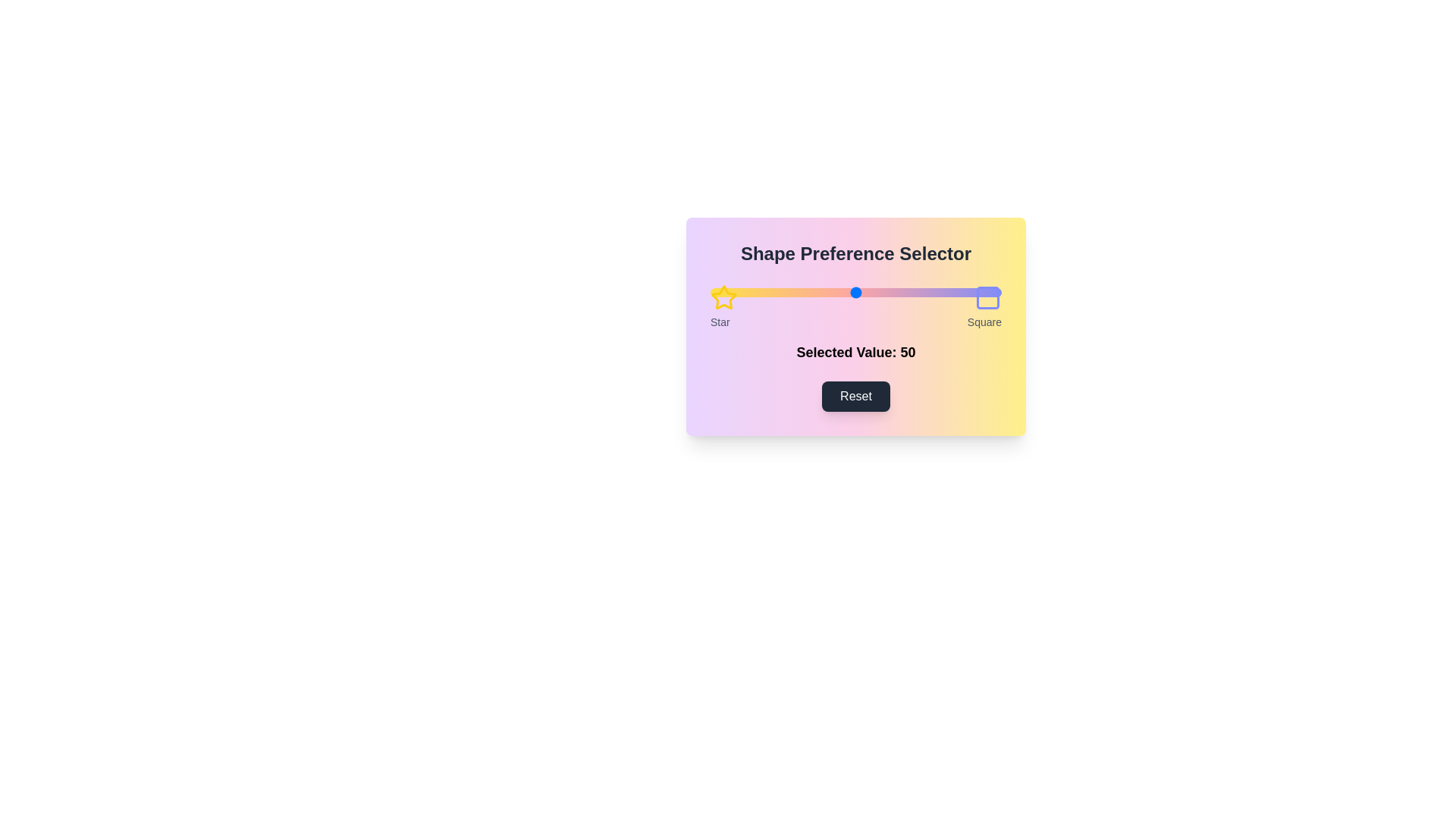 Image resolution: width=1456 pixels, height=819 pixels. Describe the element at coordinates (855, 292) in the screenshot. I see `the slider element at its center position to observe visual feedback` at that location.